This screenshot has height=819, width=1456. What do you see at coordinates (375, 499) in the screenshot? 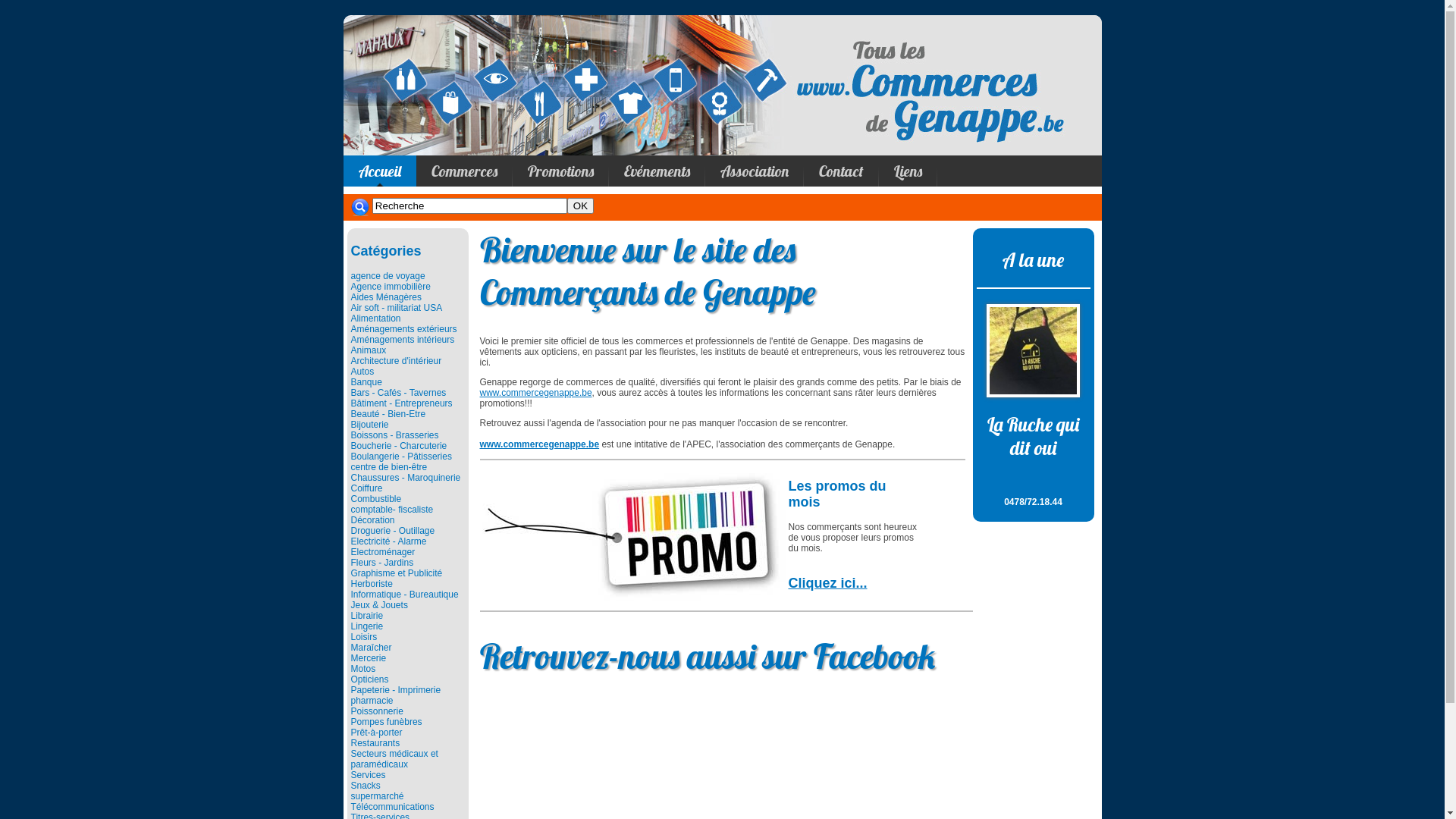
I see `'Combustible'` at bounding box center [375, 499].